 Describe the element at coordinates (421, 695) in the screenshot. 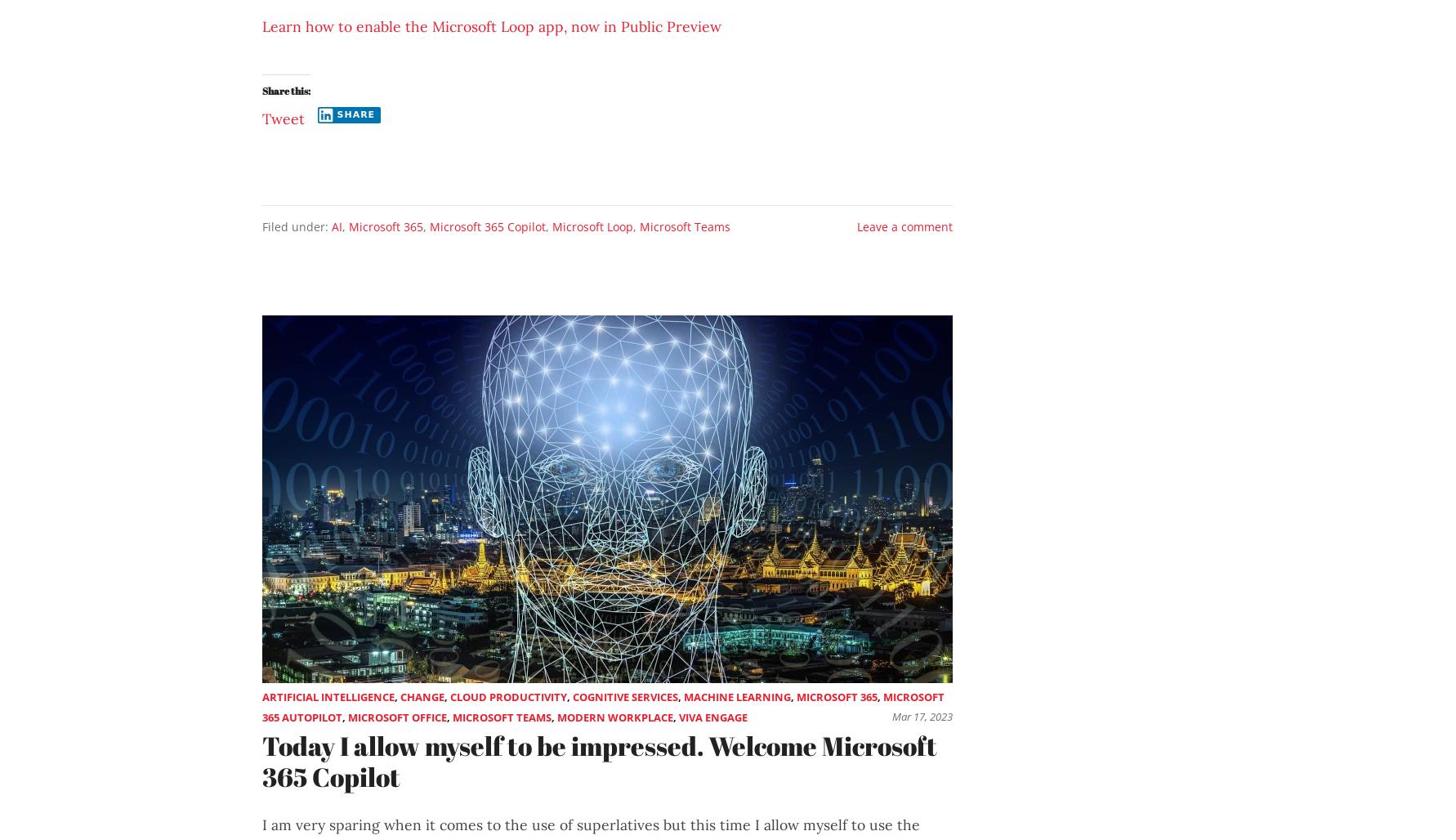

I see `'Change'` at that location.